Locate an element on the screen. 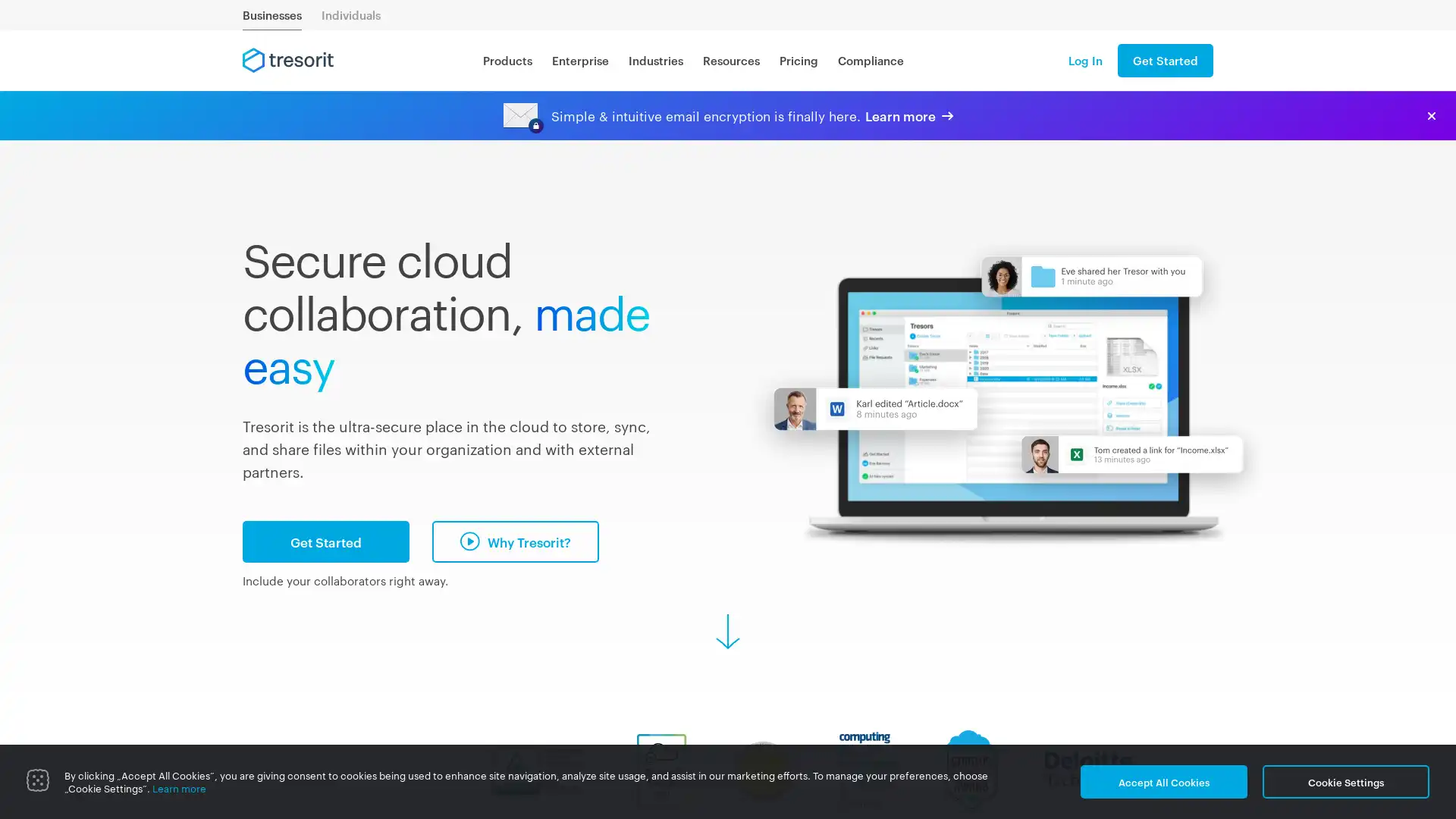  Cookie Settings is located at coordinates (1346, 781).